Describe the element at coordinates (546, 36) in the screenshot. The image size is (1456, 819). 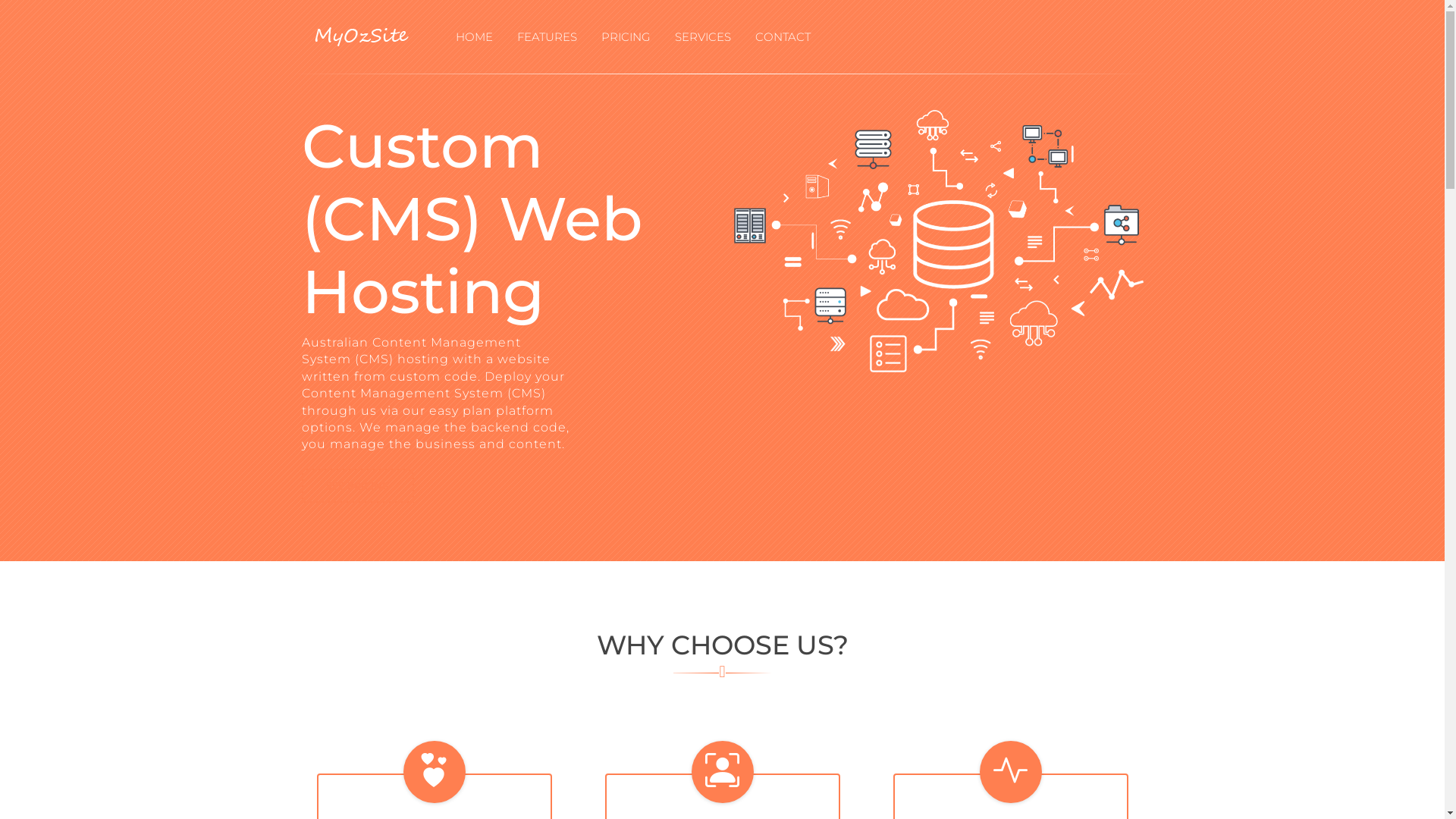
I see `'FEATURES'` at that location.